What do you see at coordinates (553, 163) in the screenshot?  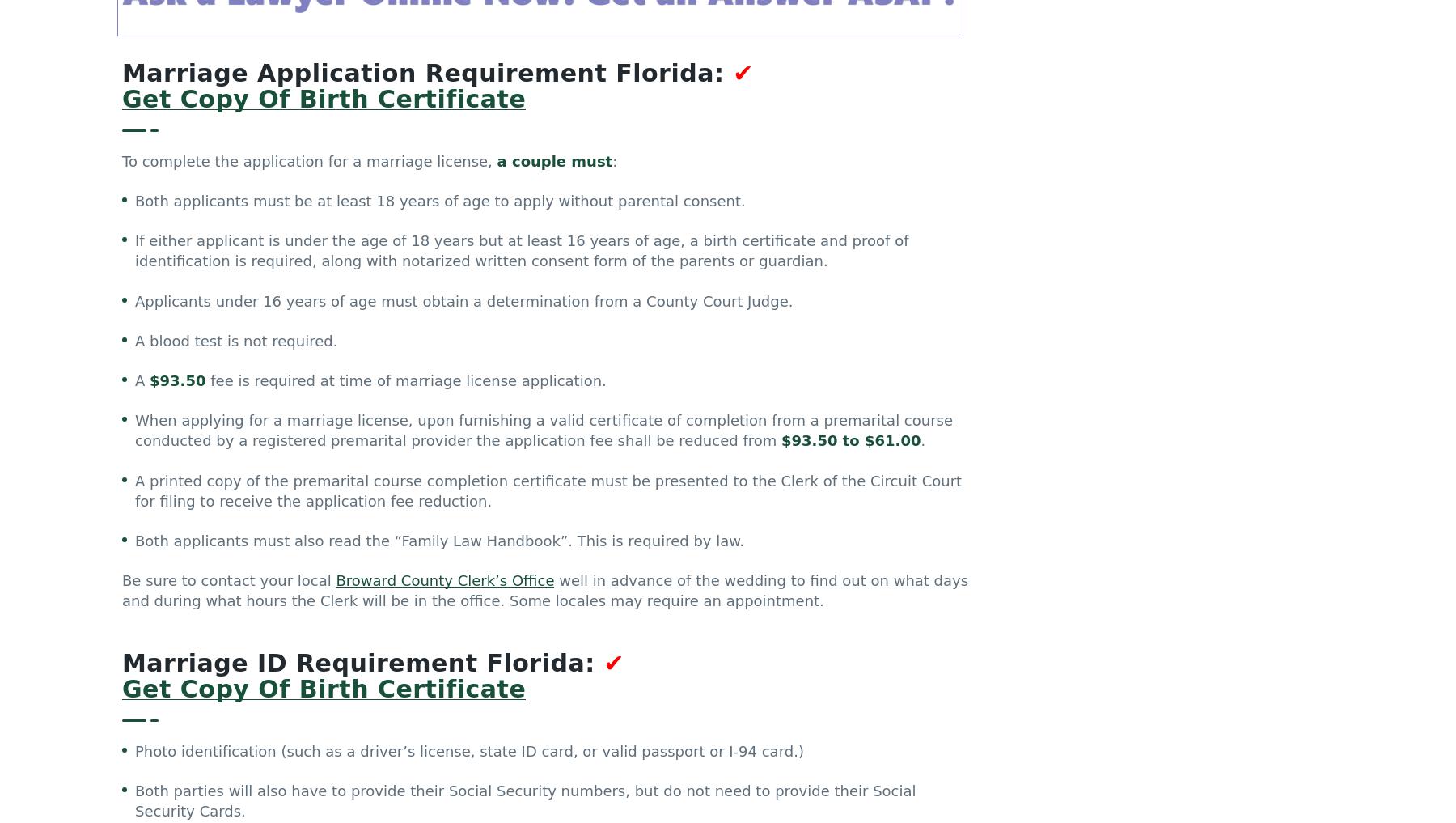 I see `'a couple must'` at bounding box center [553, 163].